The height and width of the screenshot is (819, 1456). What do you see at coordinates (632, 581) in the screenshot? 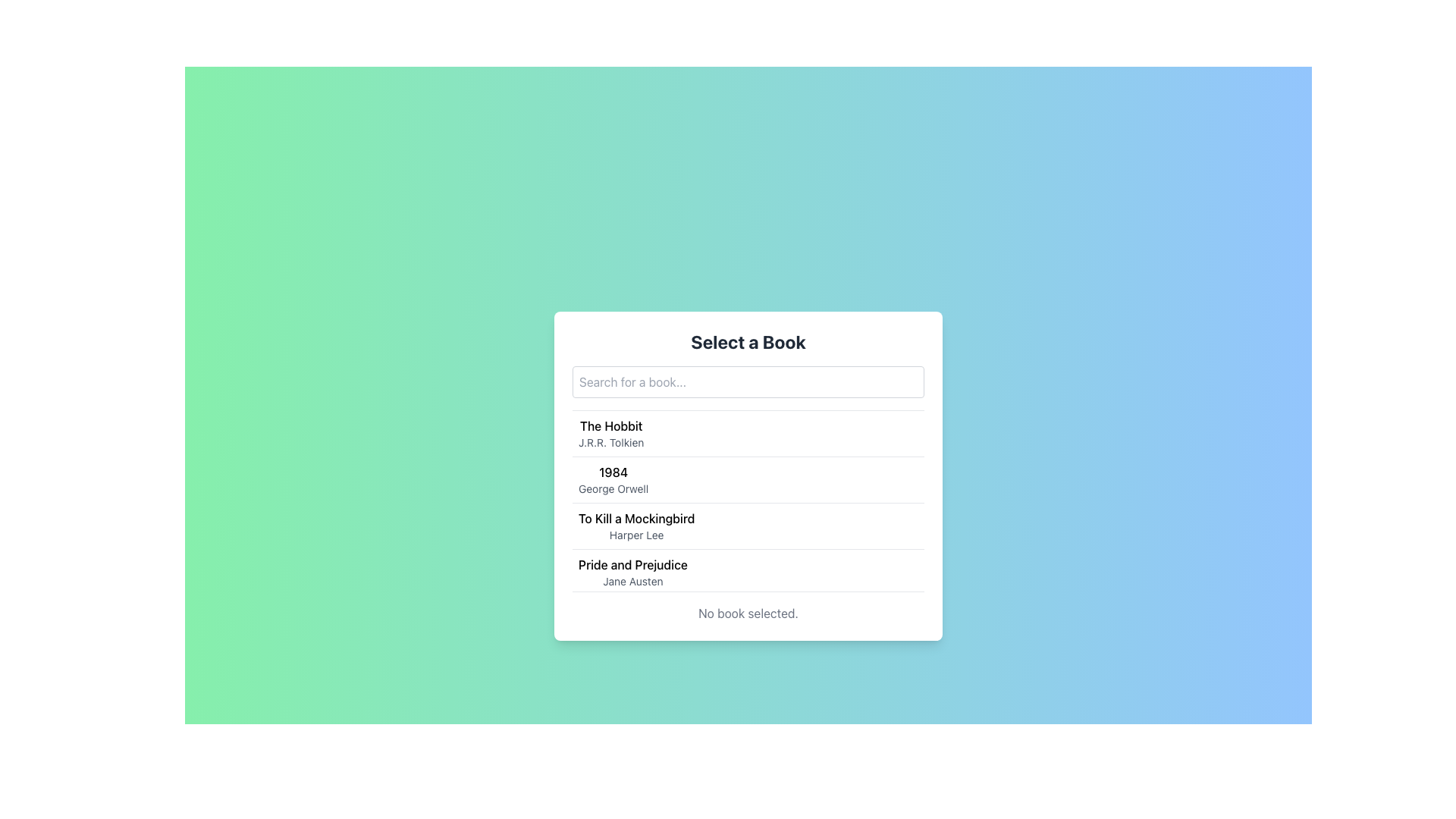
I see `the non-interactive Text Label that provides information about the author of the book 'Pride and Prejudice', positioned below the title in the dropdown interface` at bounding box center [632, 581].